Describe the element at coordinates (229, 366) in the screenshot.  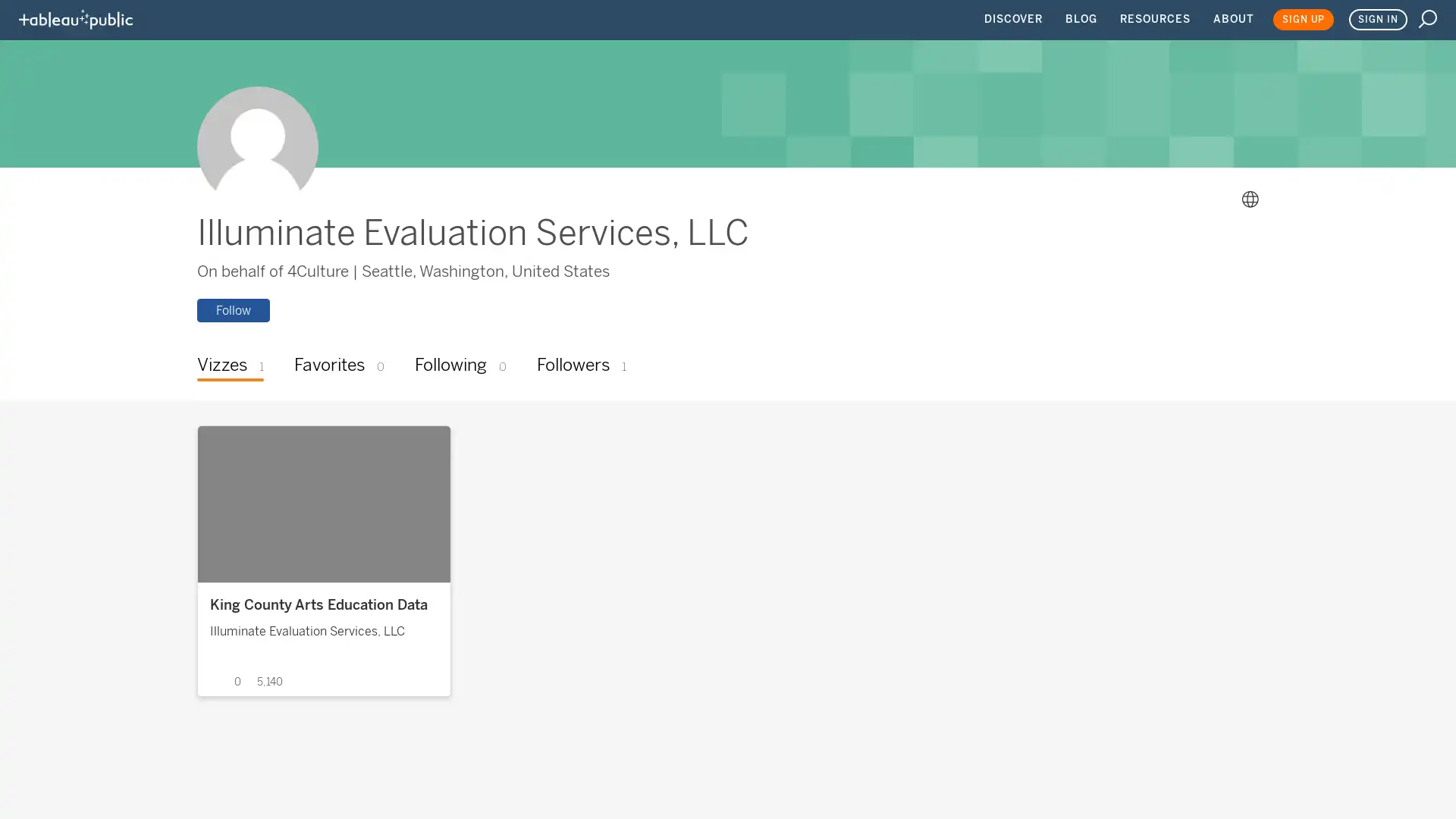
I see `Vizzes 1` at that location.